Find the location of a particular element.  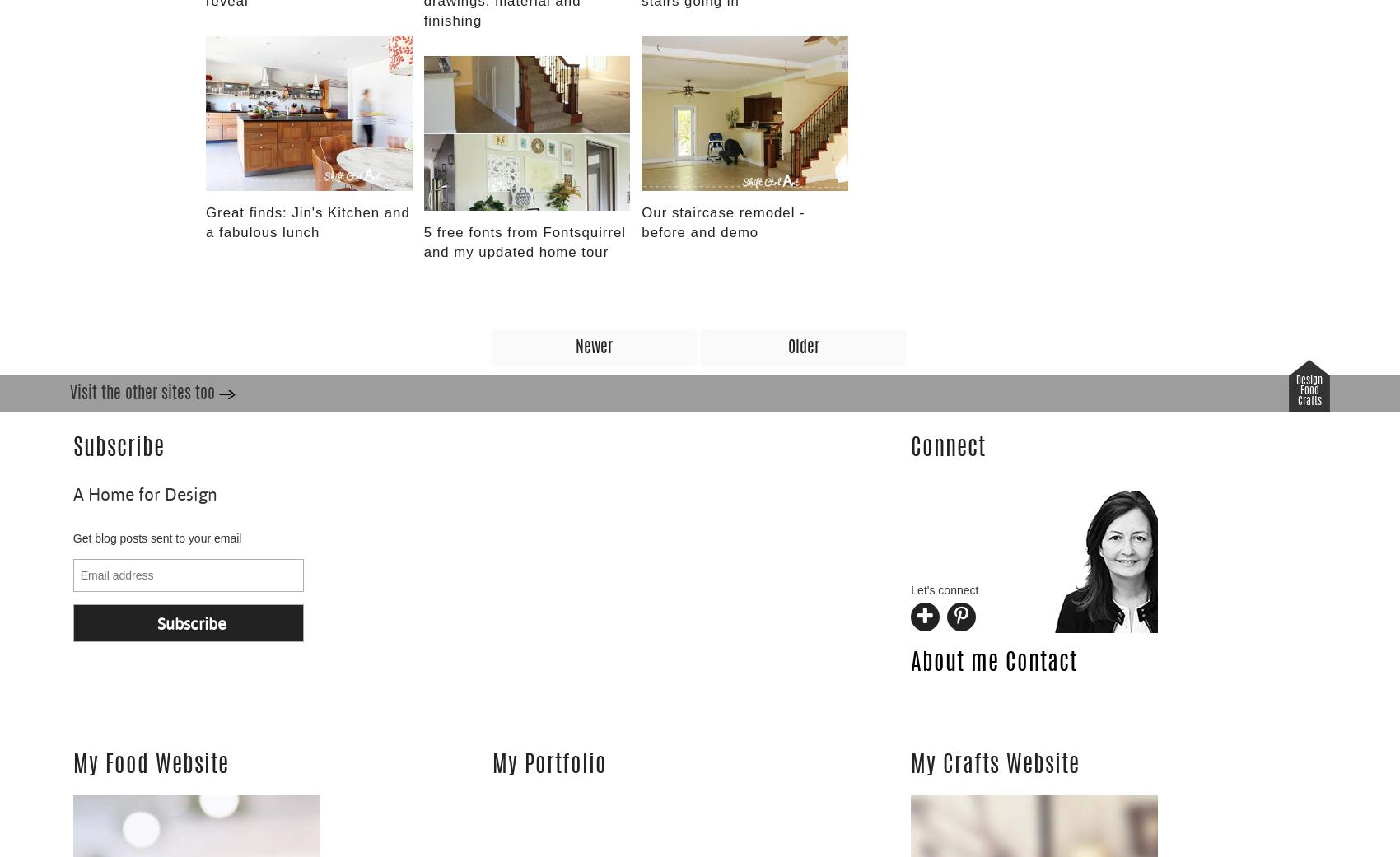

'Newer' is located at coordinates (594, 347).